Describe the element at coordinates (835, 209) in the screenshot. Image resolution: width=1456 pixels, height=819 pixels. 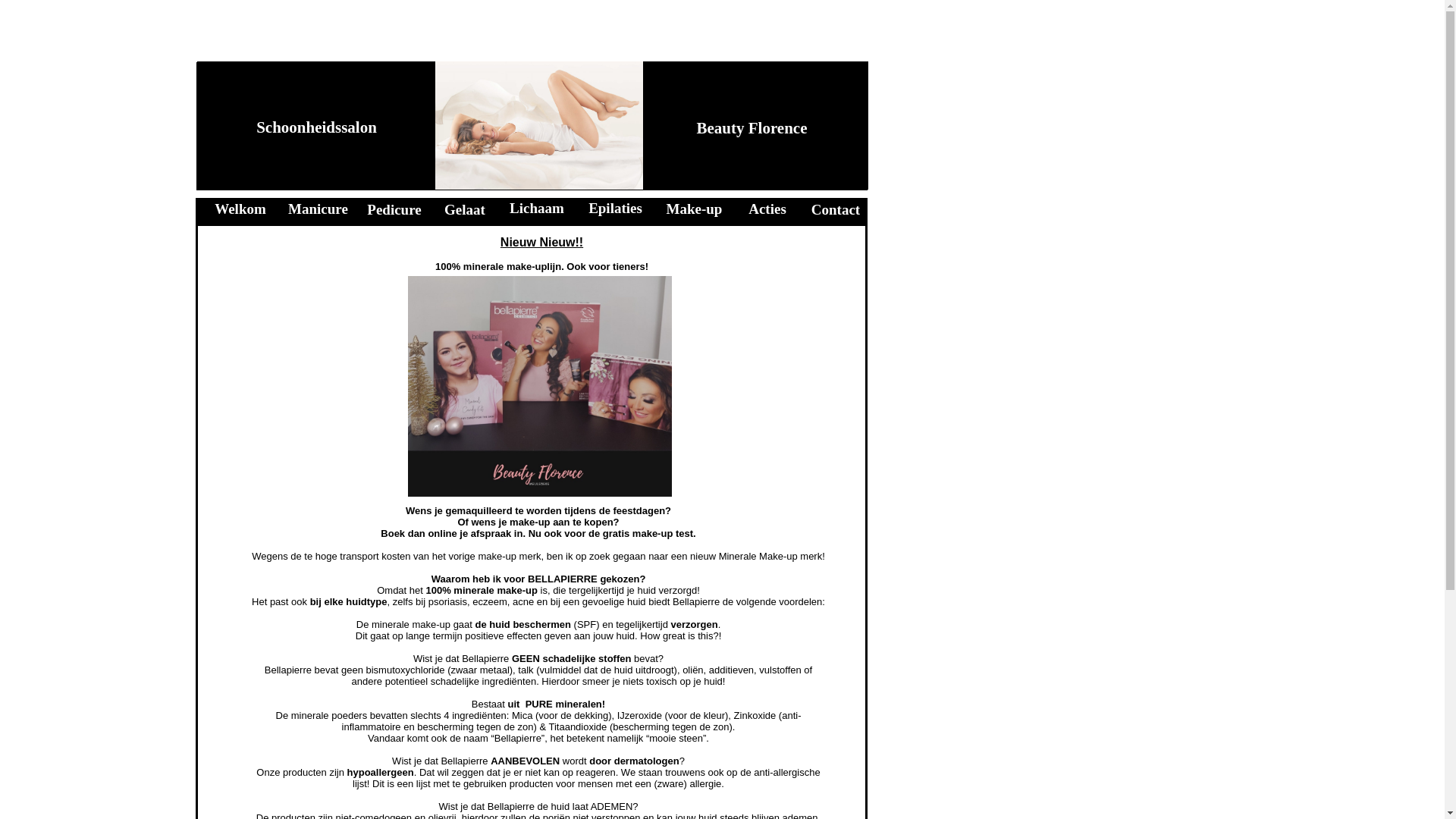
I see `'Contact'` at that location.